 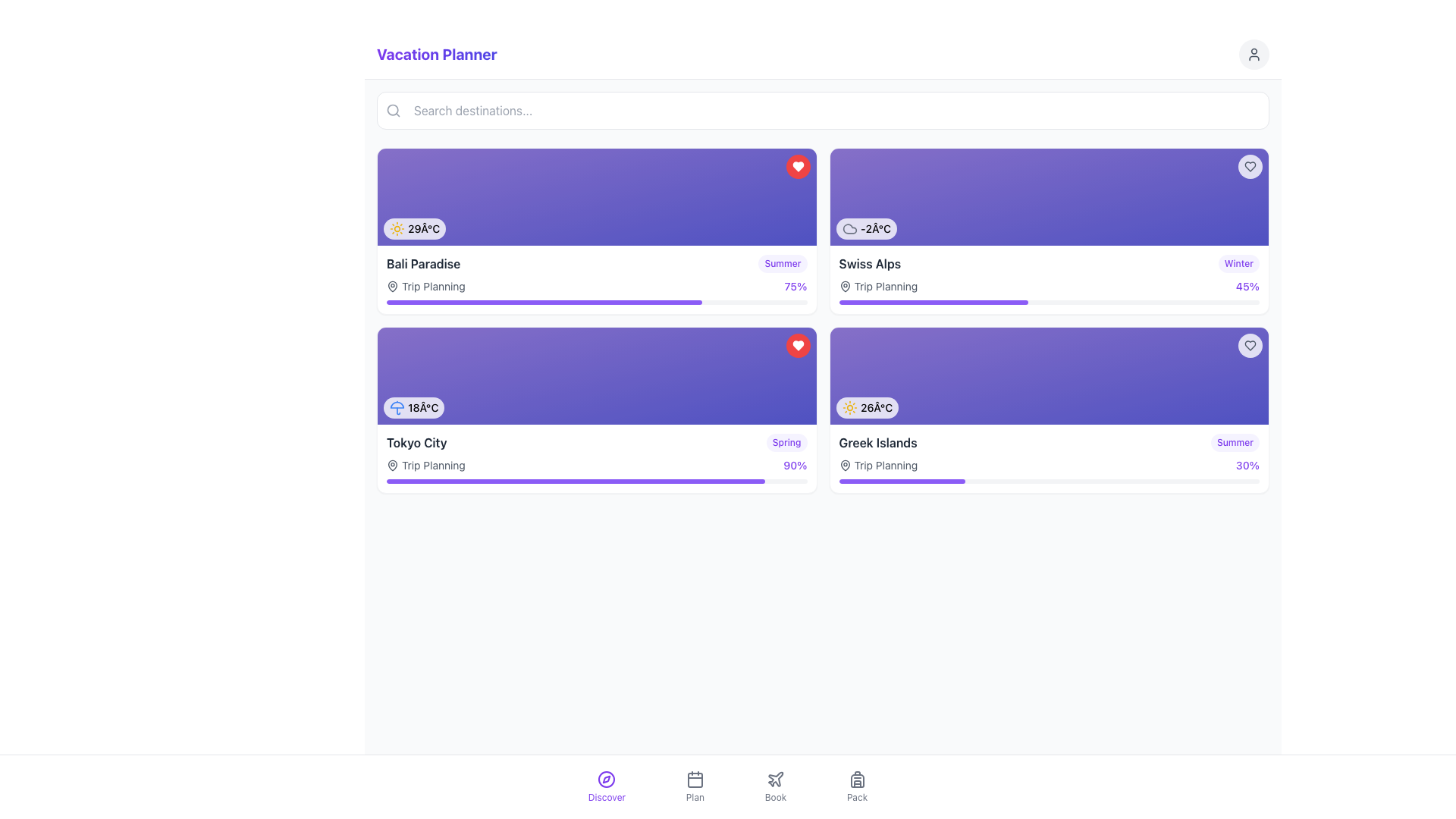 What do you see at coordinates (425, 464) in the screenshot?
I see `the 'Trip Planning' label with icon located at the bottom of the 'Tokyo City' card for accessibility tools` at bounding box center [425, 464].